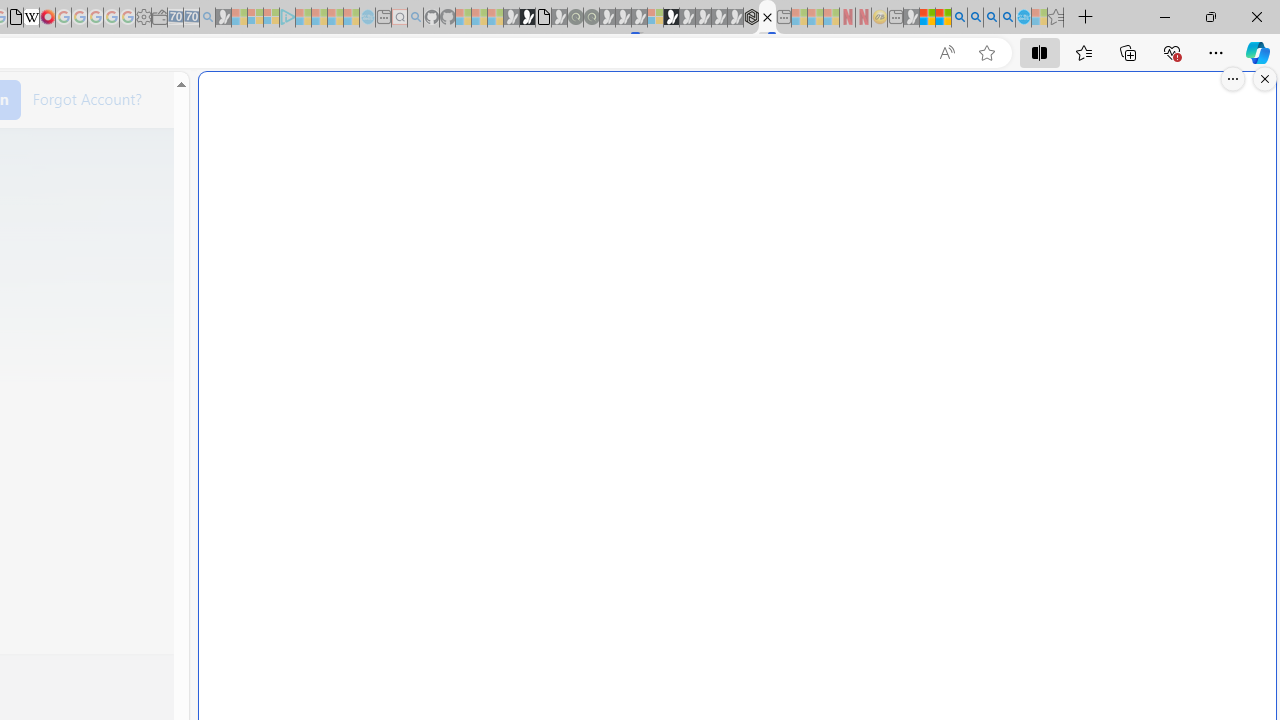 Image resolution: width=1280 pixels, height=720 pixels. I want to click on 'Microsoft account | Privacy - Sleeping', so click(270, 17).